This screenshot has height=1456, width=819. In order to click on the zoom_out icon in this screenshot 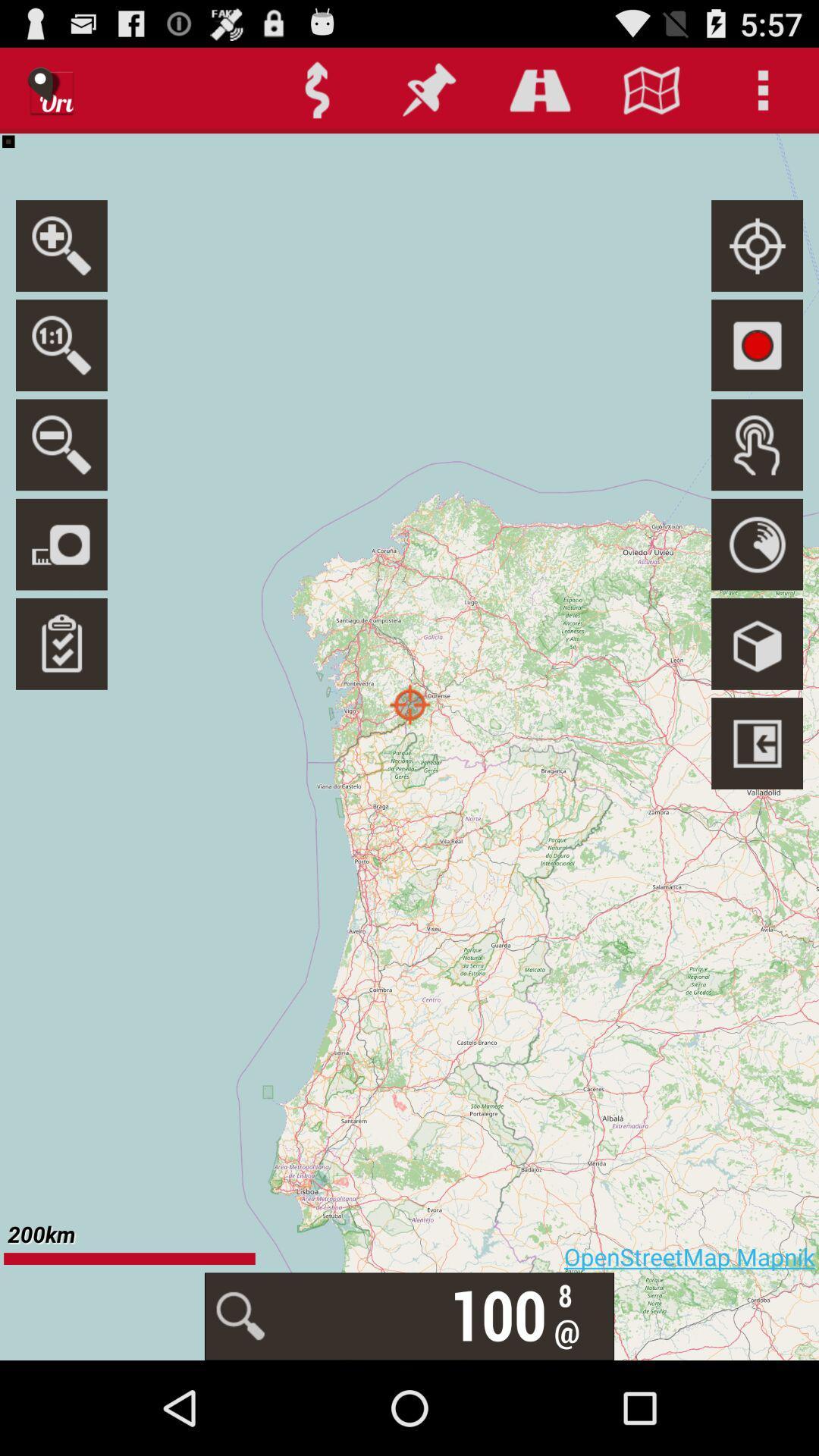, I will do `click(61, 263)`.